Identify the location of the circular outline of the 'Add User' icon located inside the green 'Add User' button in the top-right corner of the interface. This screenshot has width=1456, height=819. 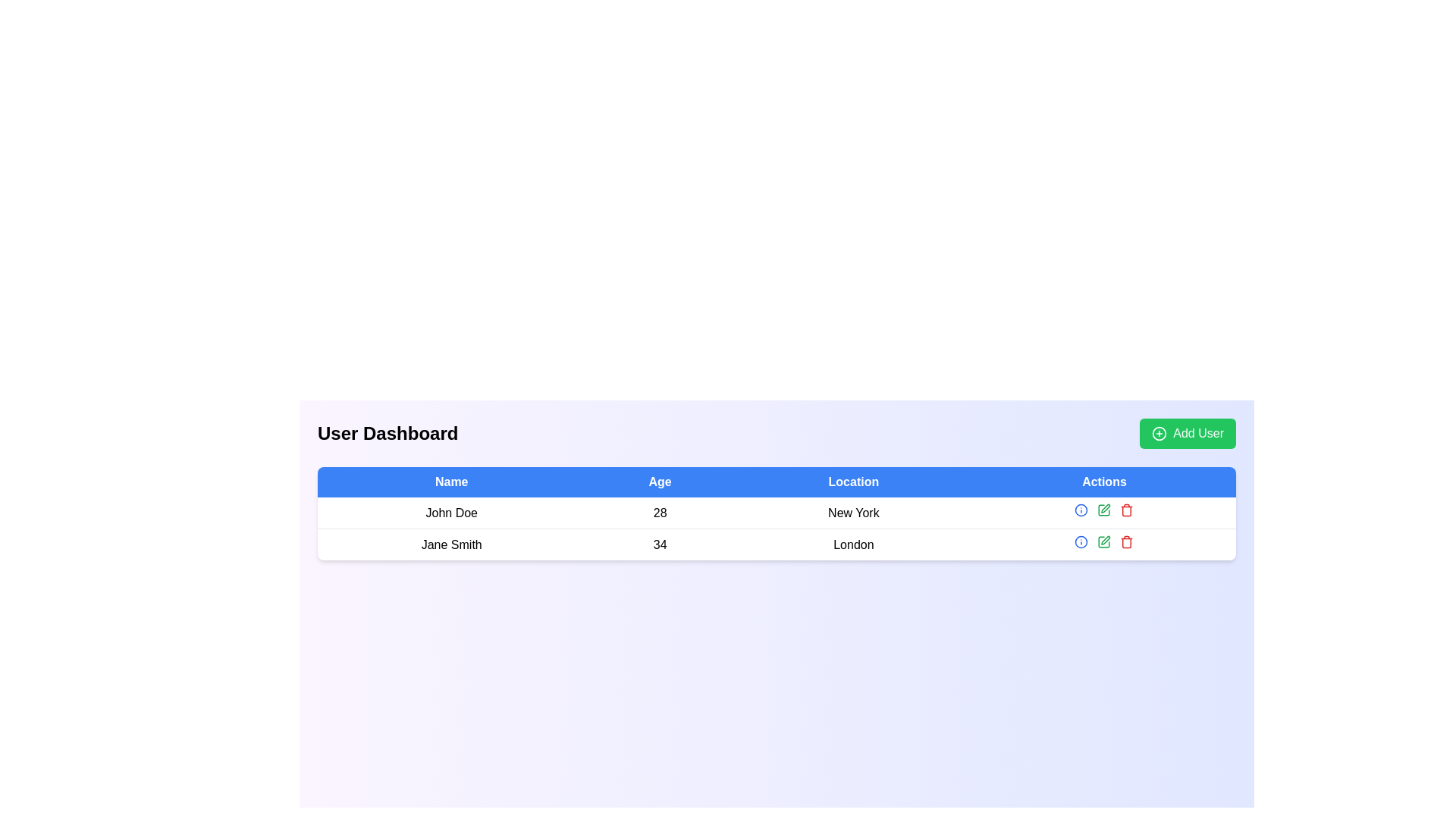
(1159, 433).